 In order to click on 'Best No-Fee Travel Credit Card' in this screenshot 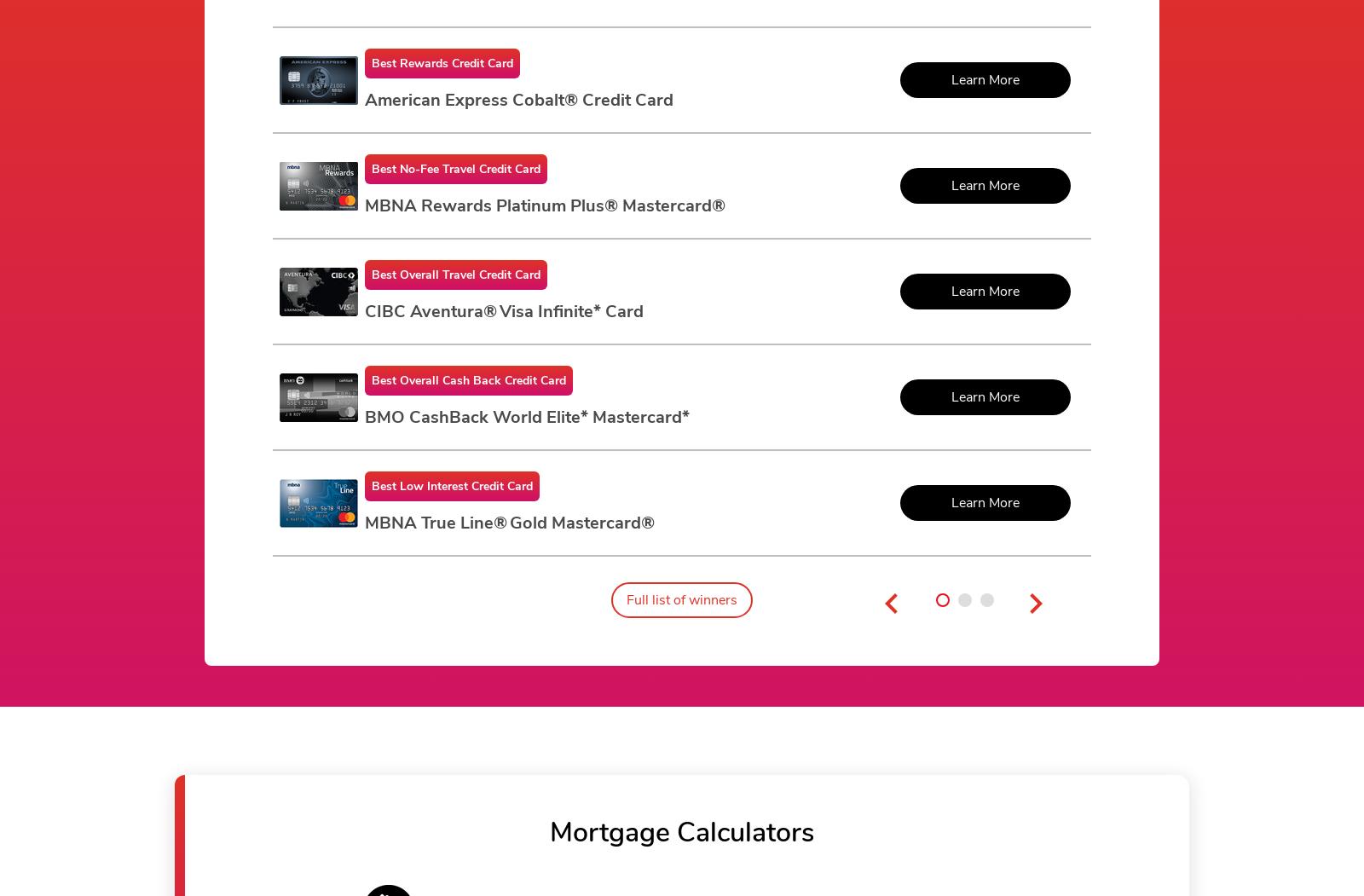, I will do `click(455, 169)`.